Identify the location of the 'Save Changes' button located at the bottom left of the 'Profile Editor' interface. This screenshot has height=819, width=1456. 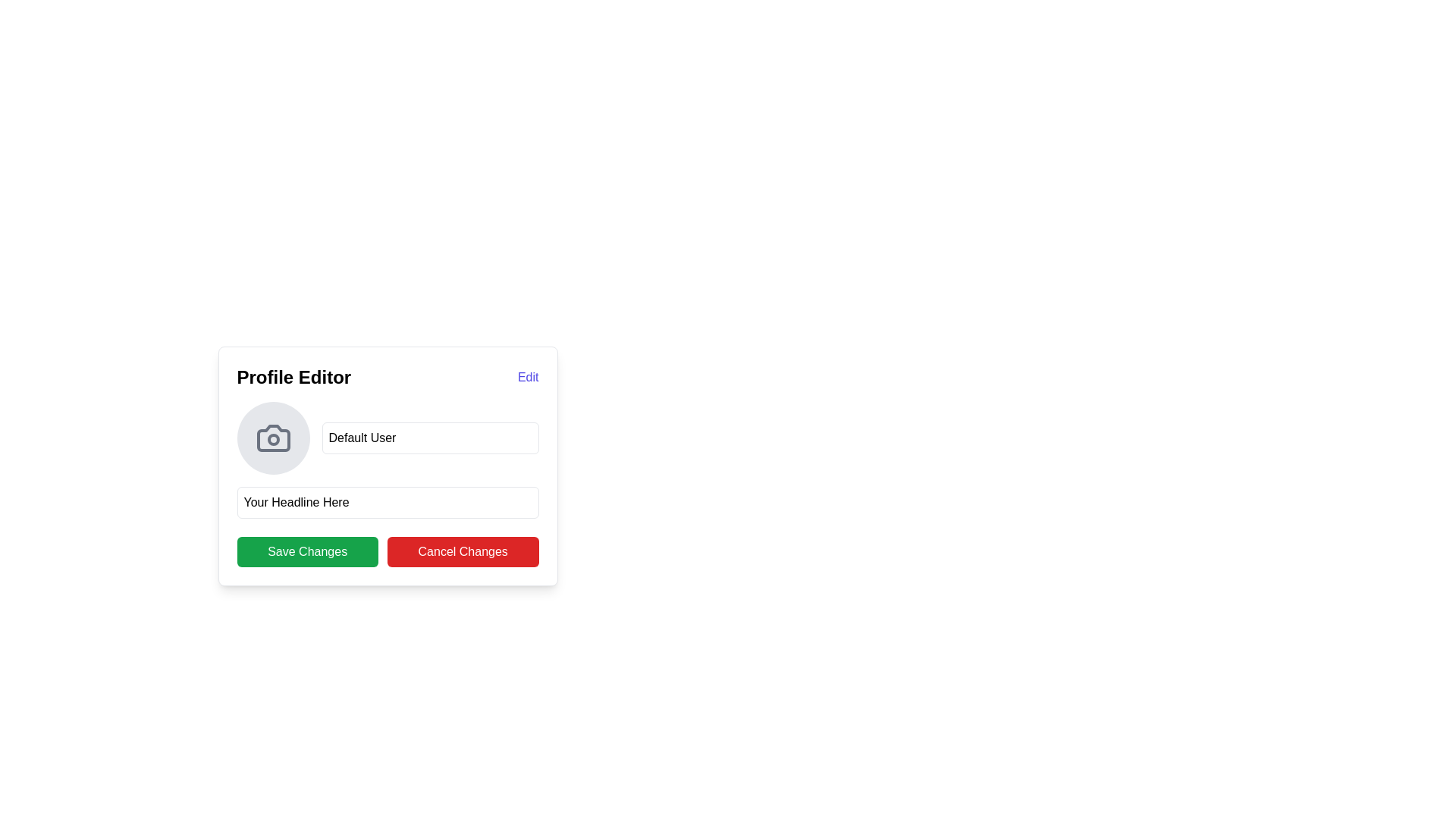
(306, 552).